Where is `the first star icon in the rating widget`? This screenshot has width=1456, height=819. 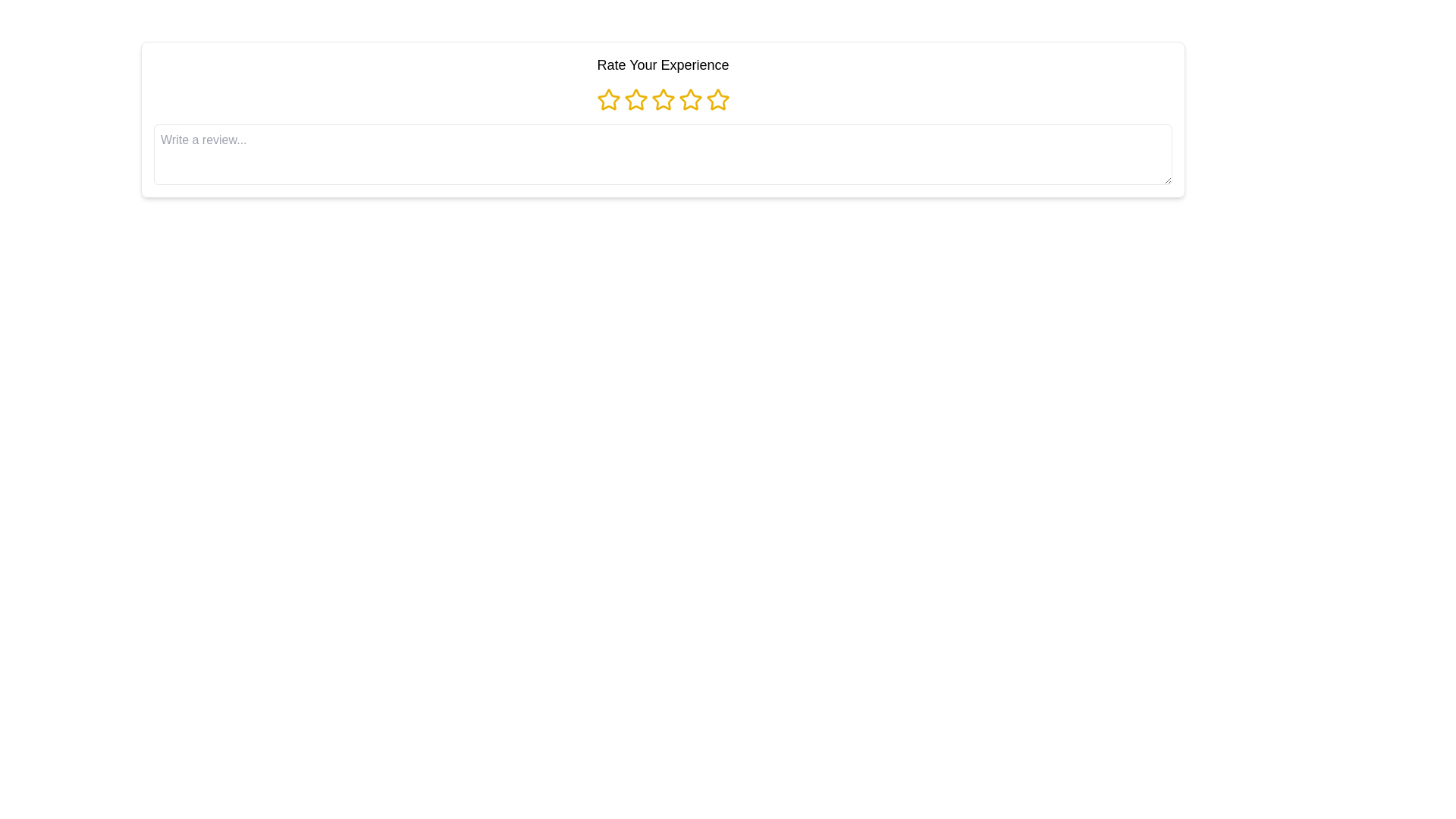
the first star icon in the rating widget is located at coordinates (608, 99).